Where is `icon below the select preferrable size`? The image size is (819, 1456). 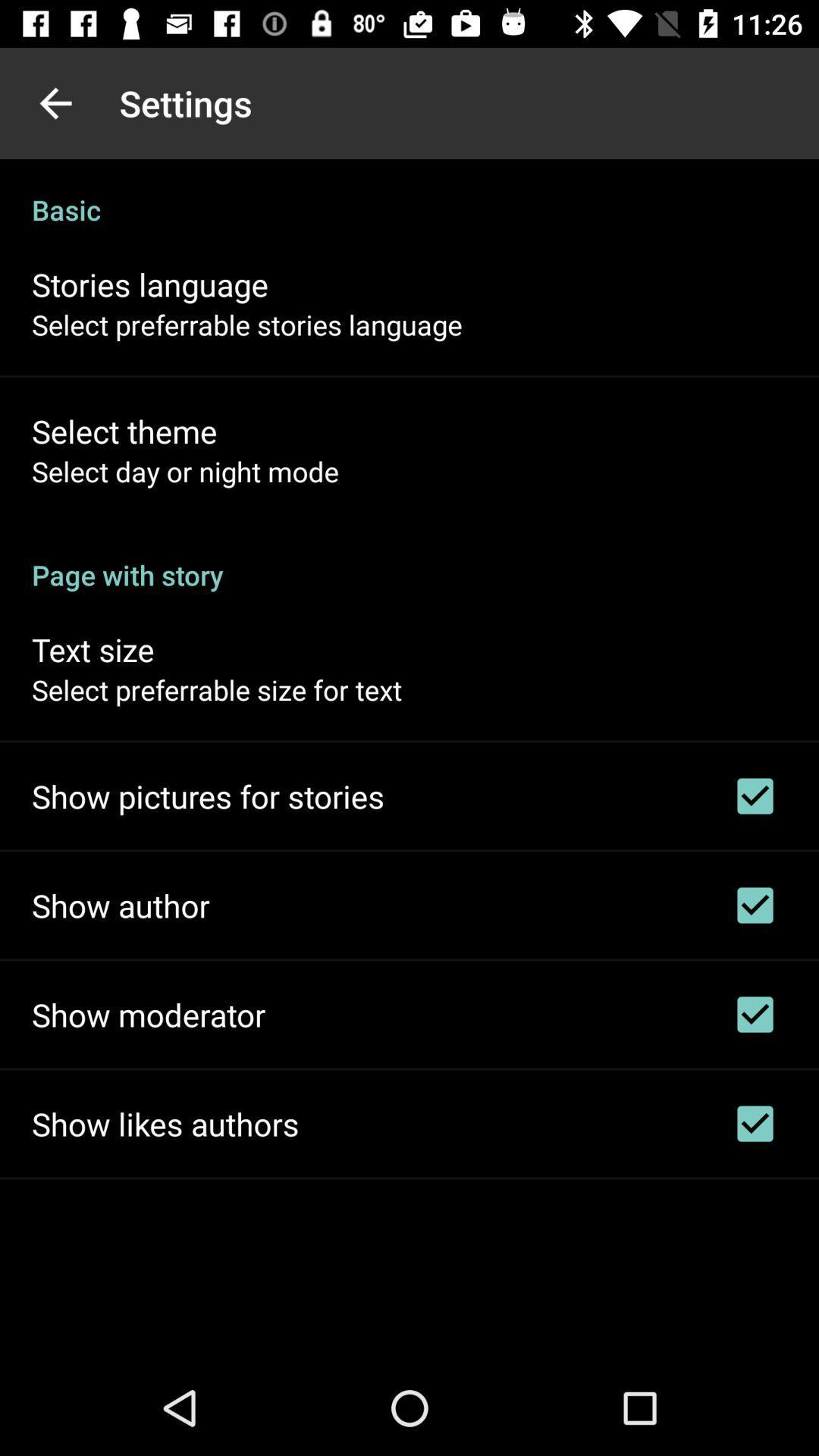
icon below the select preferrable size is located at coordinates (208, 795).